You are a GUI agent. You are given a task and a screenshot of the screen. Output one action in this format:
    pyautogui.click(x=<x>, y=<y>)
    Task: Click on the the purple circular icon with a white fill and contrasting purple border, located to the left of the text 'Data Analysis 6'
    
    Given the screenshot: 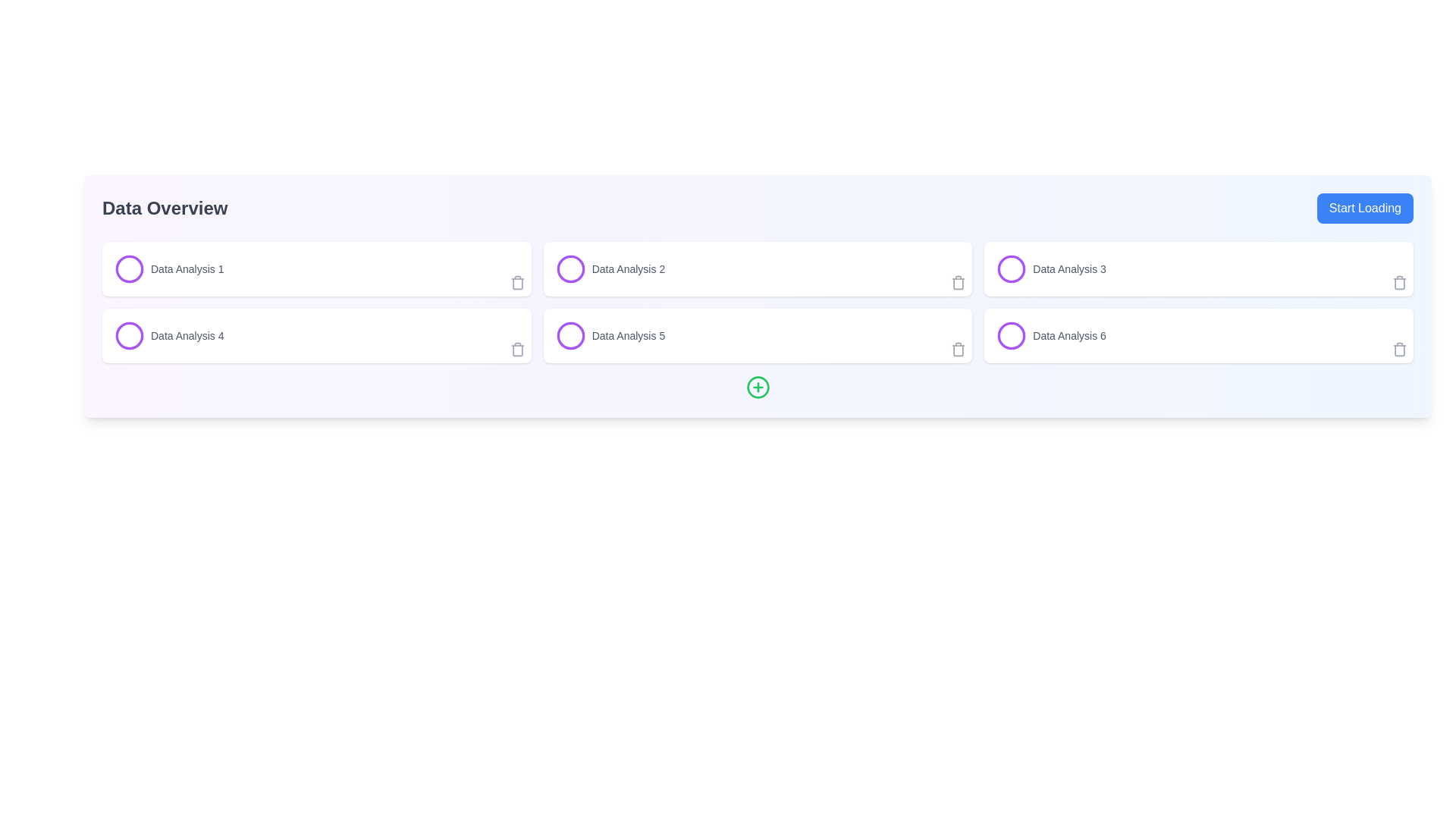 What is the action you would take?
    pyautogui.click(x=1012, y=335)
    